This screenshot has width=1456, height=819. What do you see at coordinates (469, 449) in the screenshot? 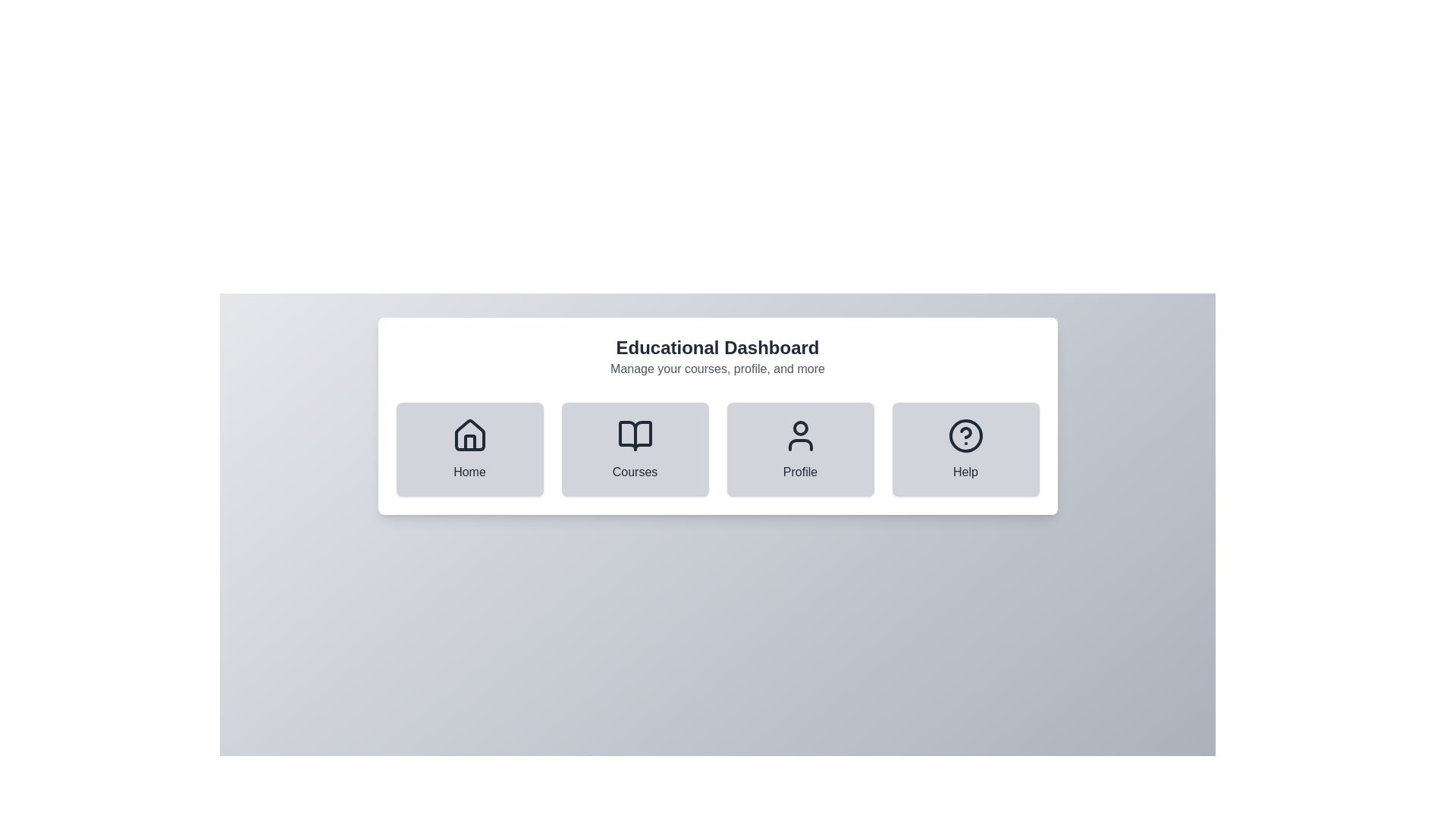
I see `the 'Home' button, which is a rectangular button with rounded corners, featuring a house icon and the label 'Home' underneath it, located in the first position of the grid layout under the 'Educational Dashboard'` at bounding box center [469, 449].